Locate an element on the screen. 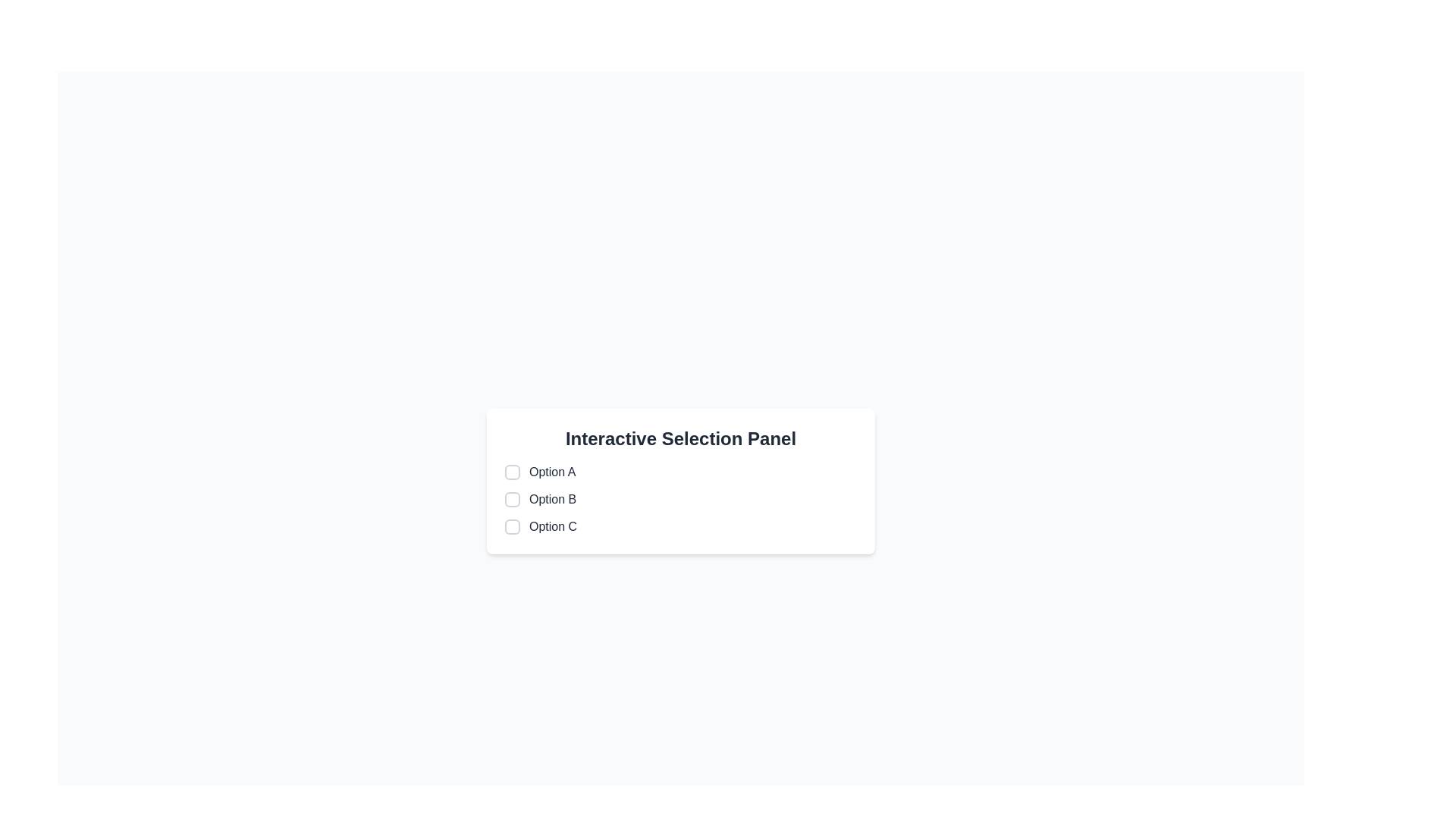 The height and width of the screenshot is (819, 1456). the text label 'Option C' which is displayed in dark gray font to the right of the associated checkbox in the third row of the options list is located at coordinates (552, 526).